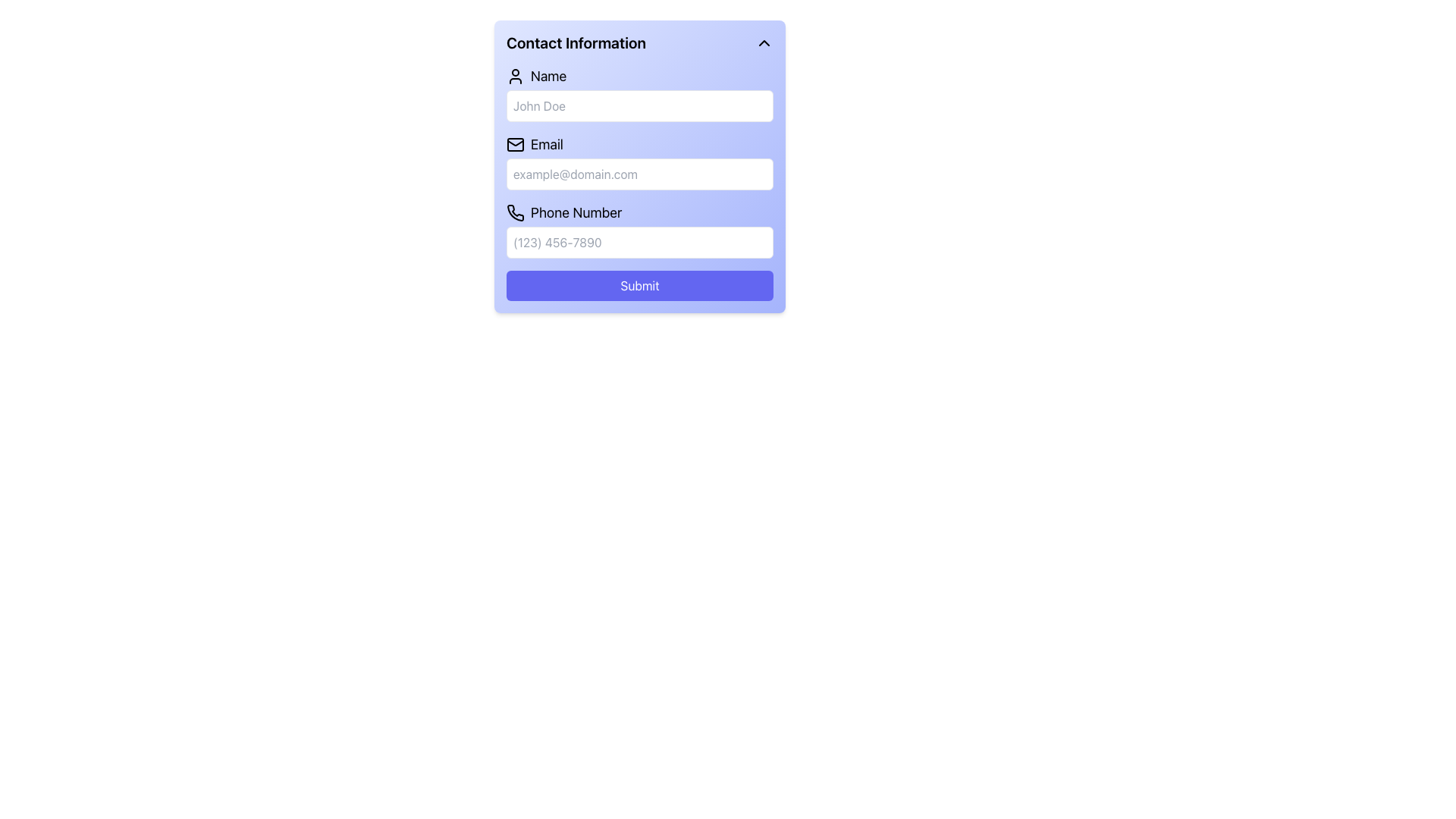 Image resolution: width=1456 pixels, height=819 pixels. What do you see at coordinates (640, 162) in the screenshot?
I see `the email input field located below the 'Name' section in the 'Contact Information' form by` at bounding box center [640, 162].